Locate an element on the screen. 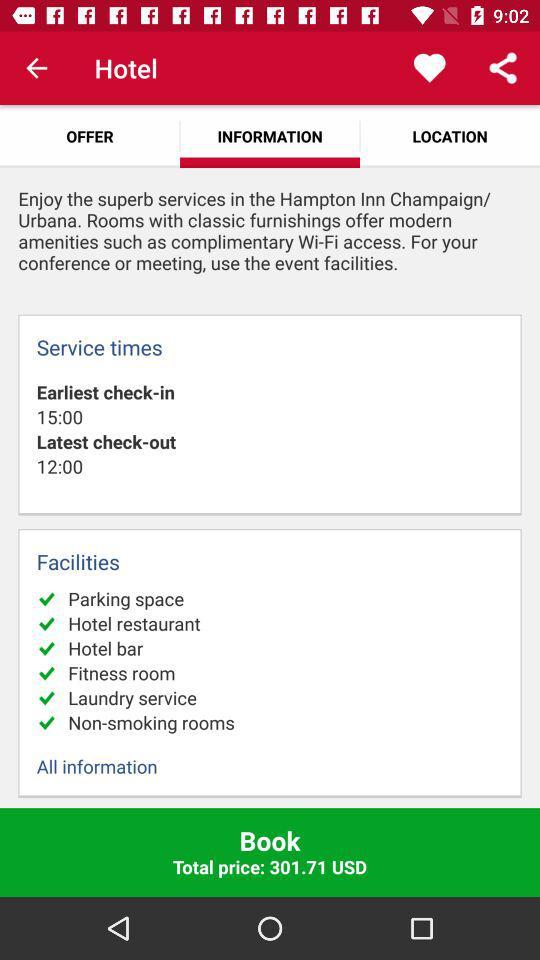 The width and height of the screenshot is (540, 960). the item next to the information app is located at coordinates (428, 68).